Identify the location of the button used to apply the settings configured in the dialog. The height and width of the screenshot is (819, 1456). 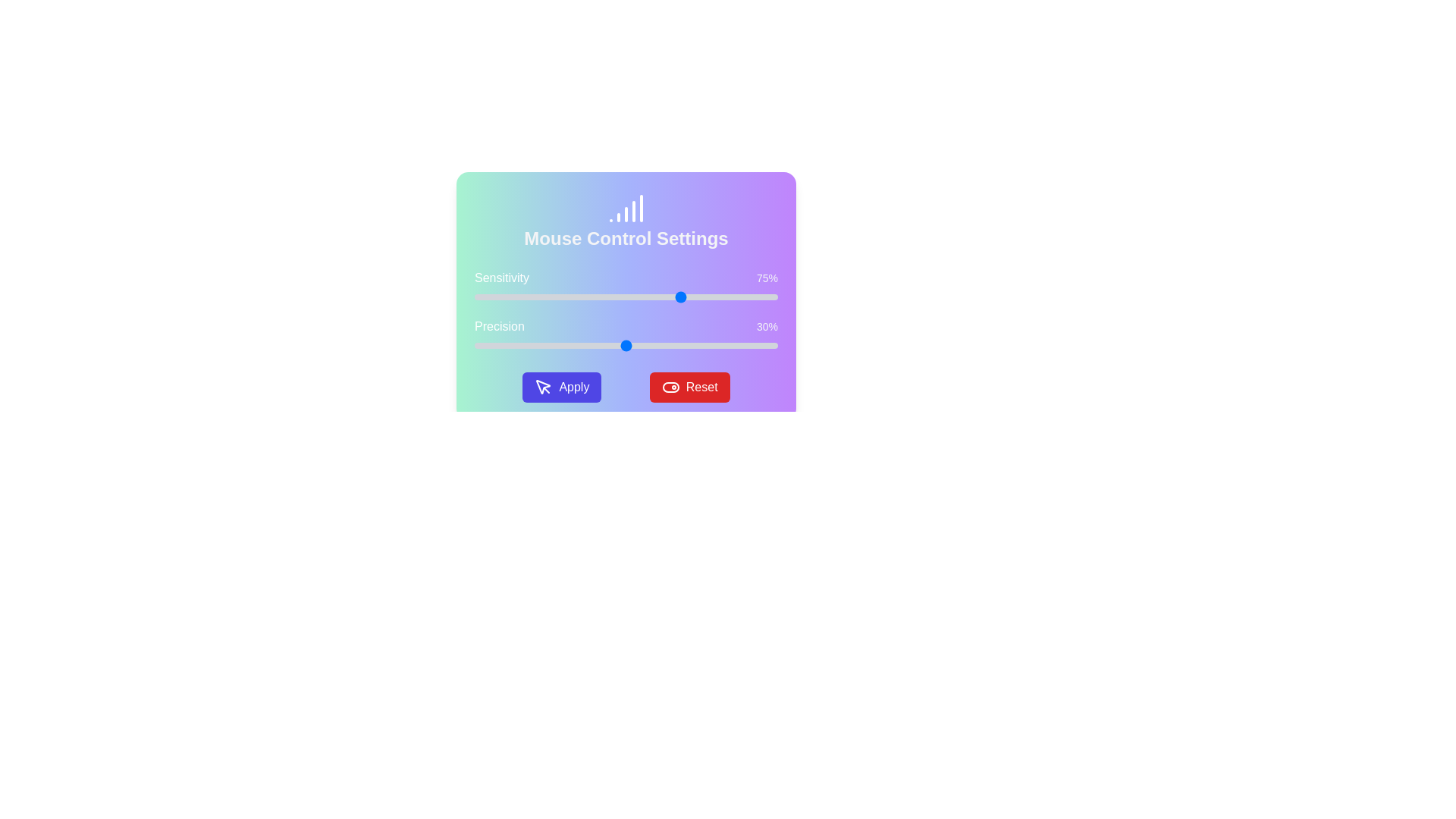
(561, 386).